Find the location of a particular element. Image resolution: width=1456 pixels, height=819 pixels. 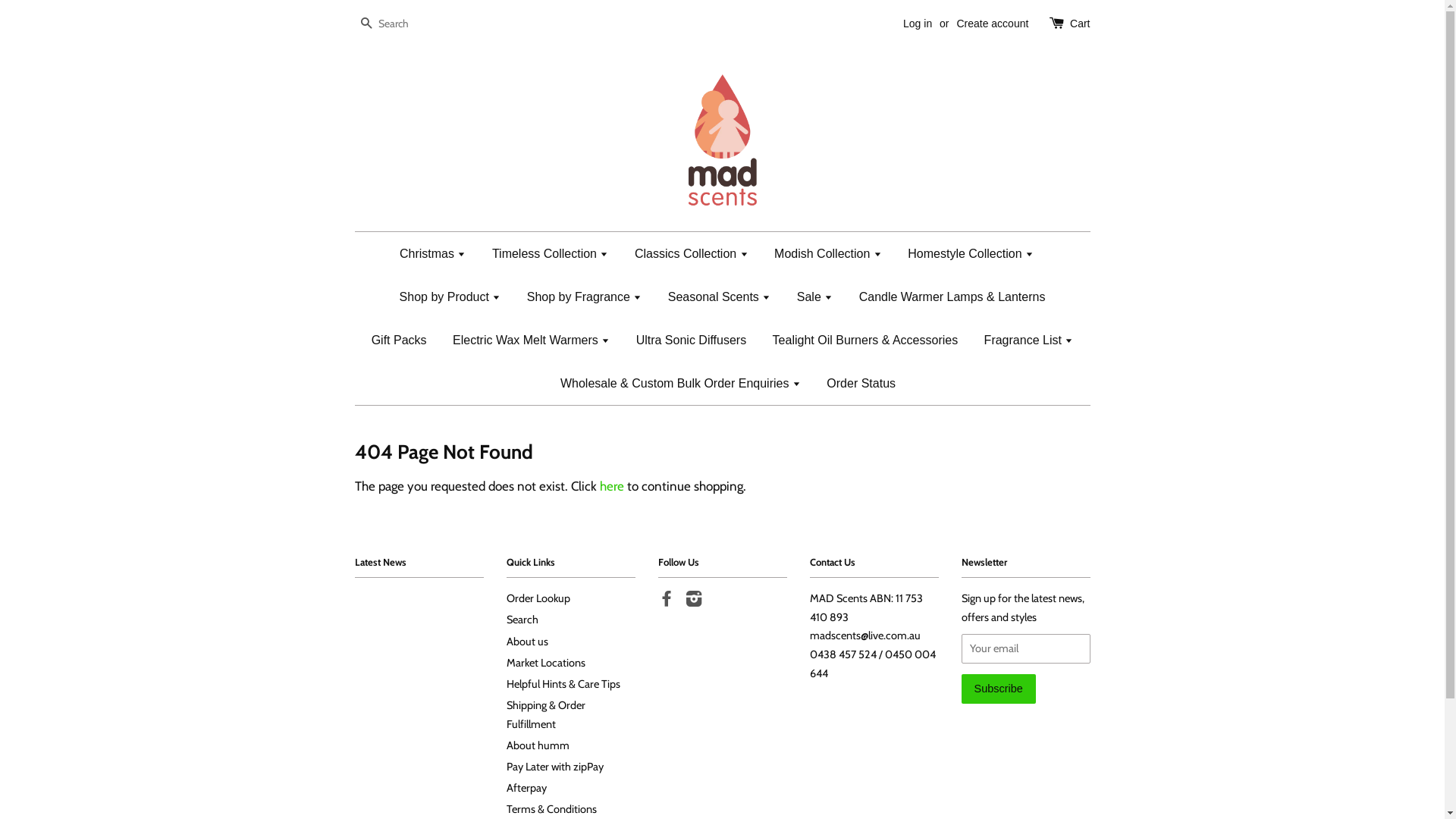

'Christmas' is located at coordinates (437, 253).